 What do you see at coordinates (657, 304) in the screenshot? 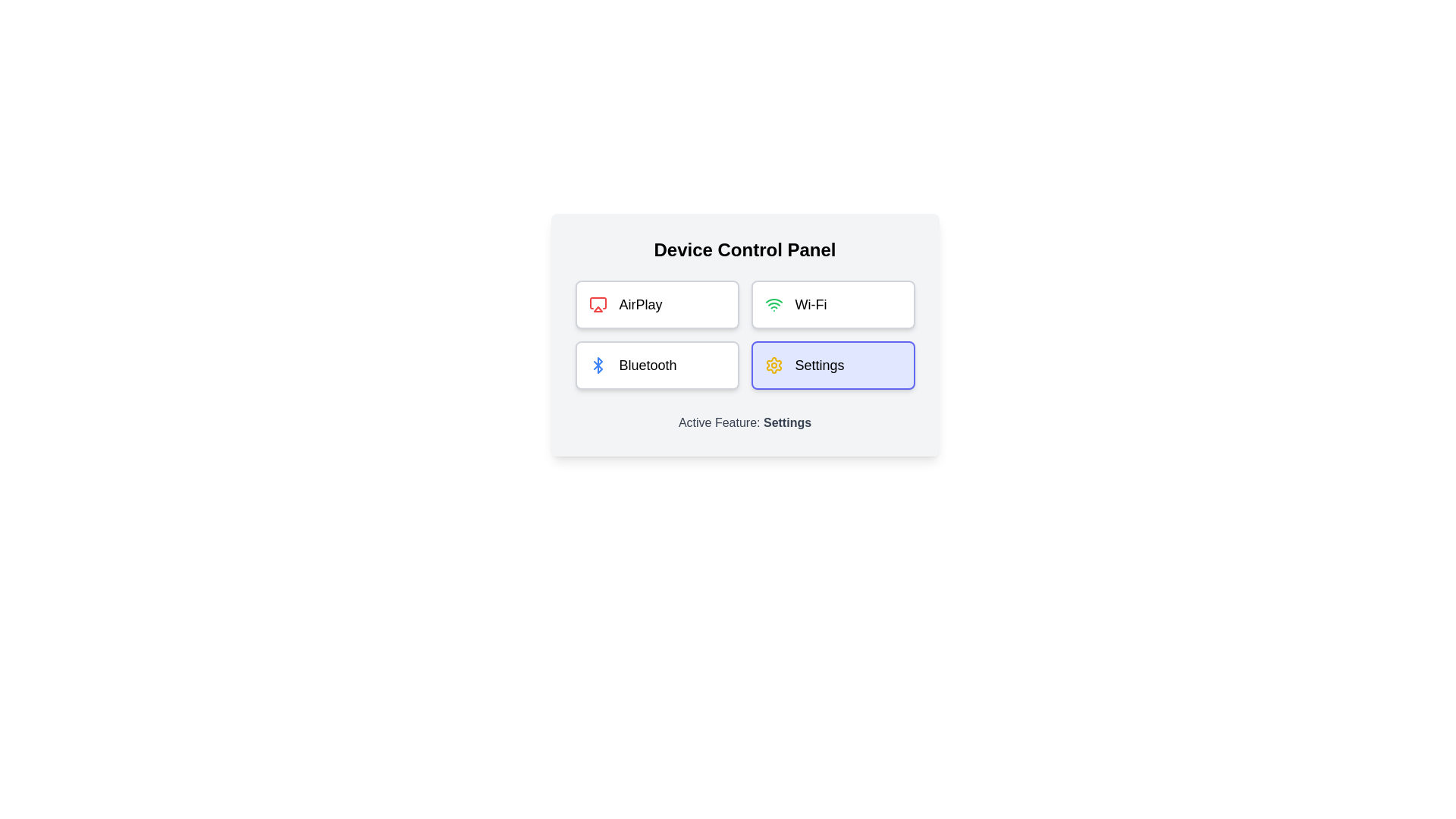
I see `the button corresponding to the feature AirPlay` at bounding box center [657, 304].